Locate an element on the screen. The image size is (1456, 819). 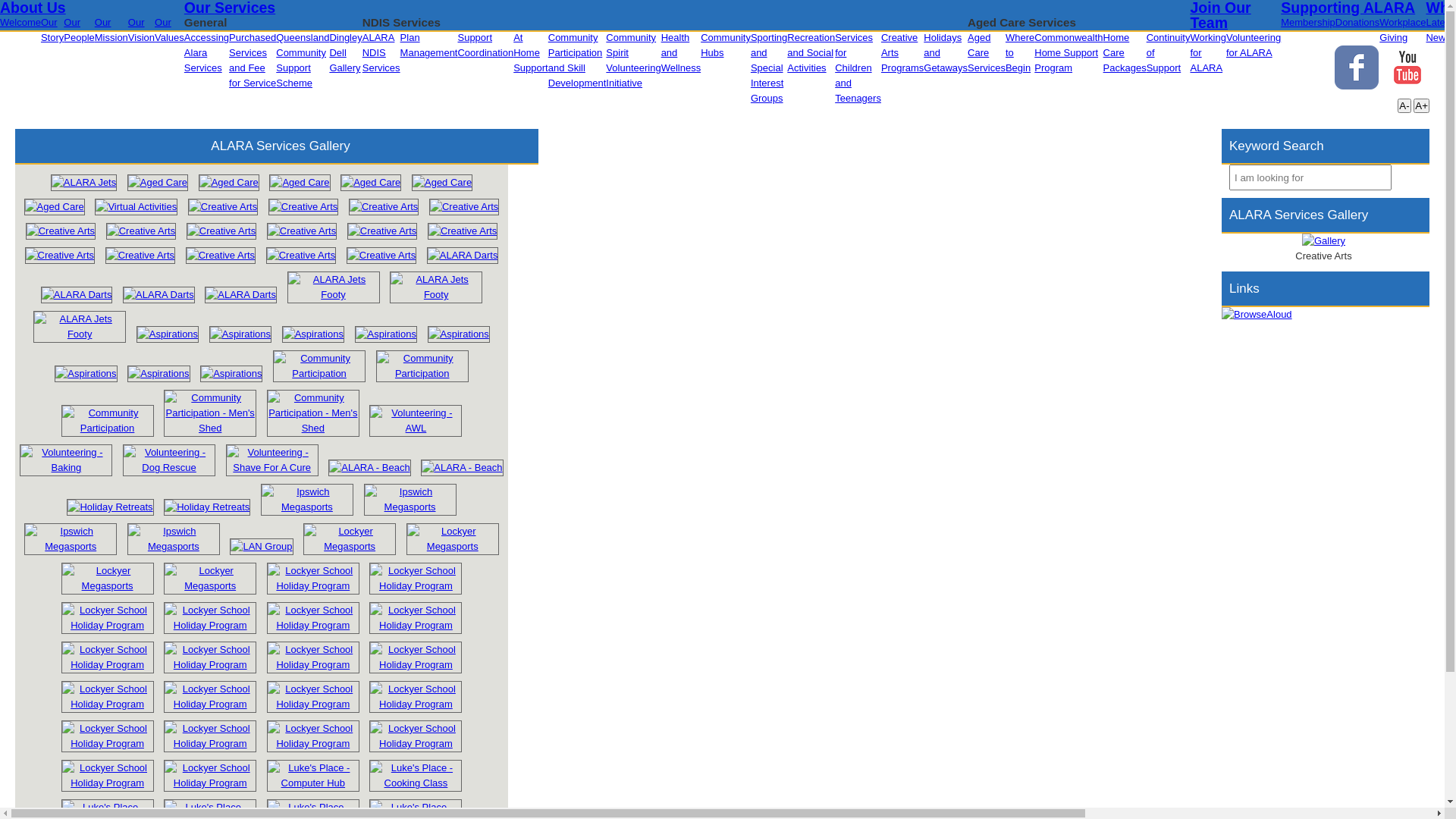
'Welcome' is located at coordinates (20, 22).